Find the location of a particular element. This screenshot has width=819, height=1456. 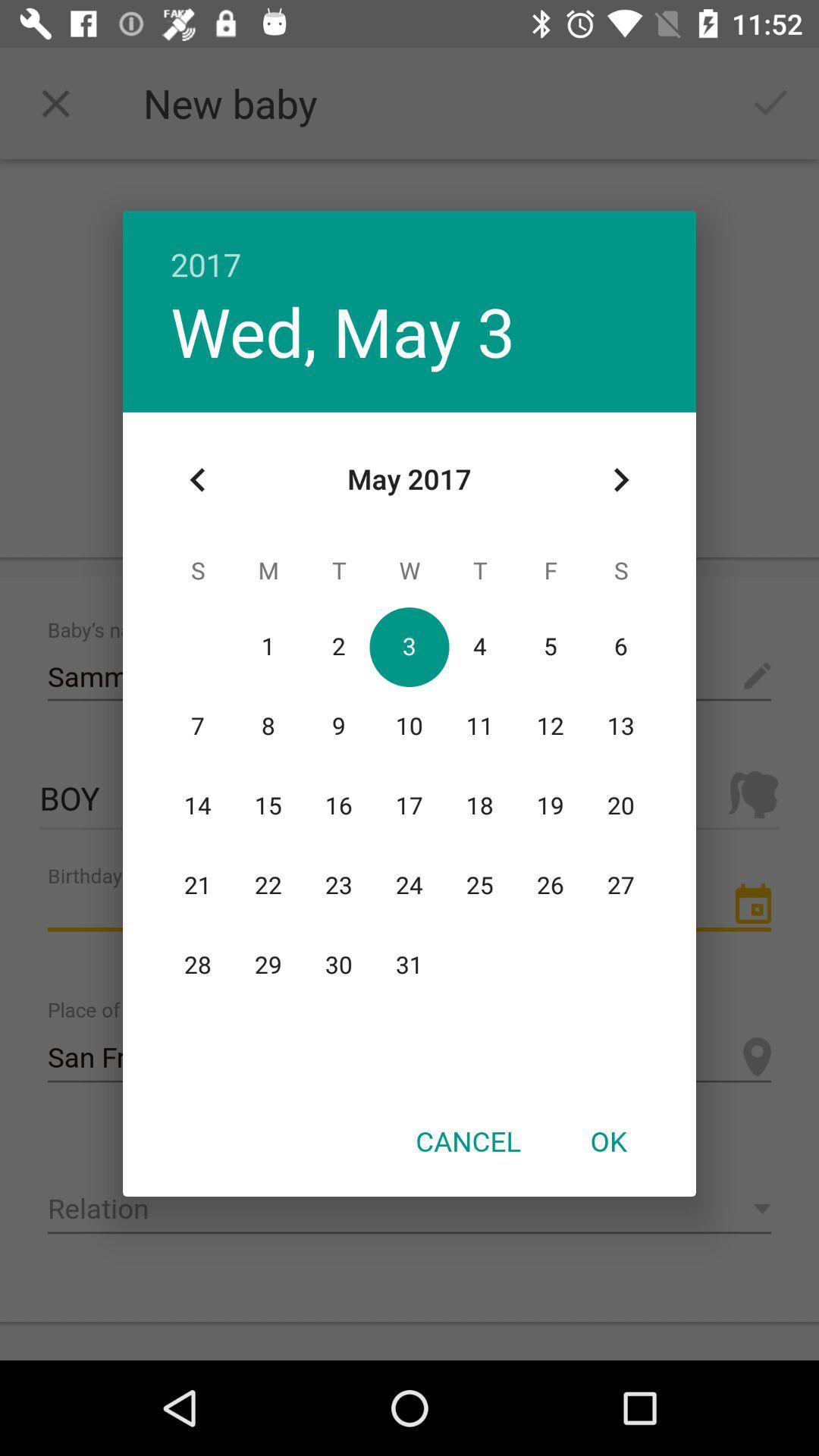

icon below the 2017 is located at coordinates (620, 479).